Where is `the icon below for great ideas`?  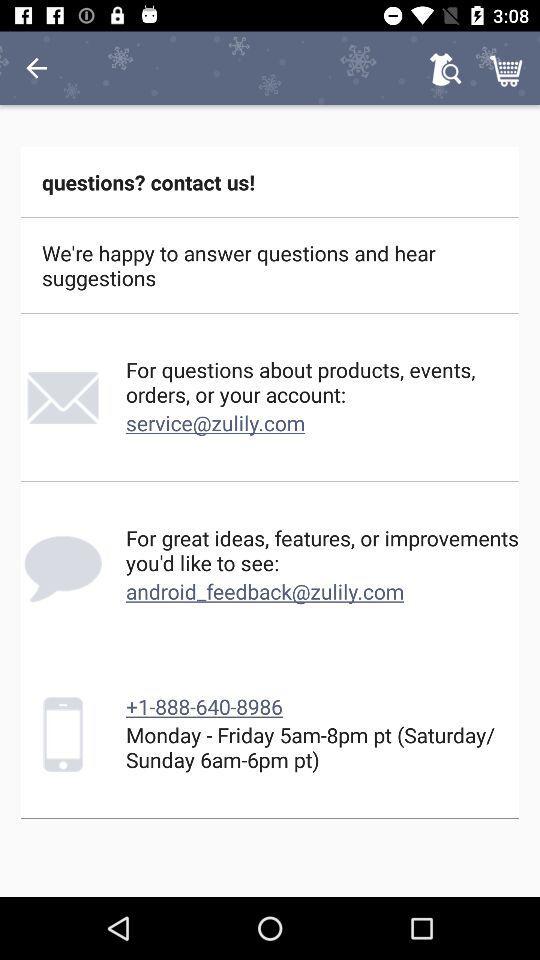
the icon below for great ideas is located at coordinates (265, 591).